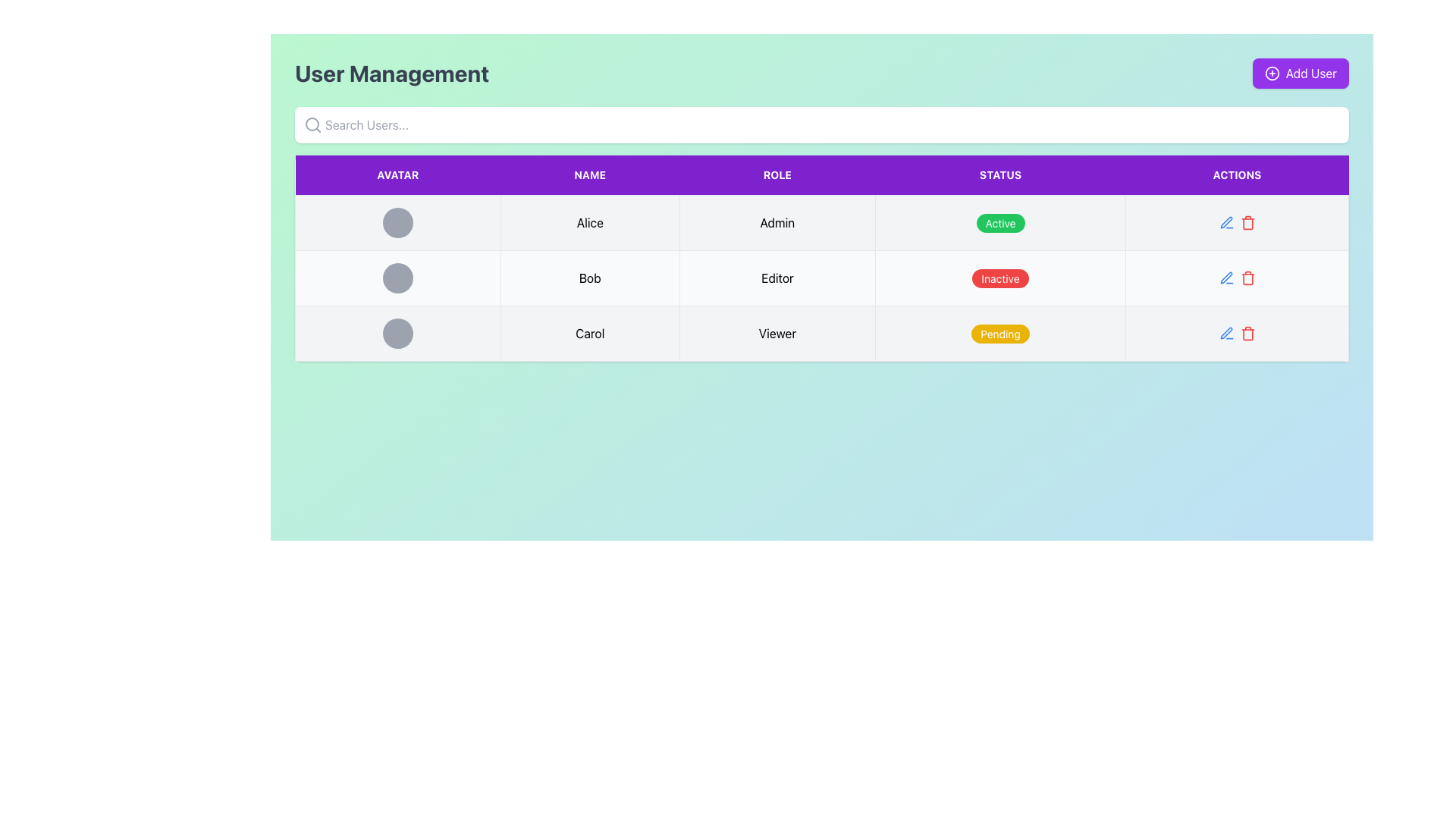 This screenshot has height=819, width=1456. I want to click on the 'Editor' text label located in the second row and third column of the table, which is in close proximity to the cells containing 'Bob' and 'Inactive', so click(777, 278).